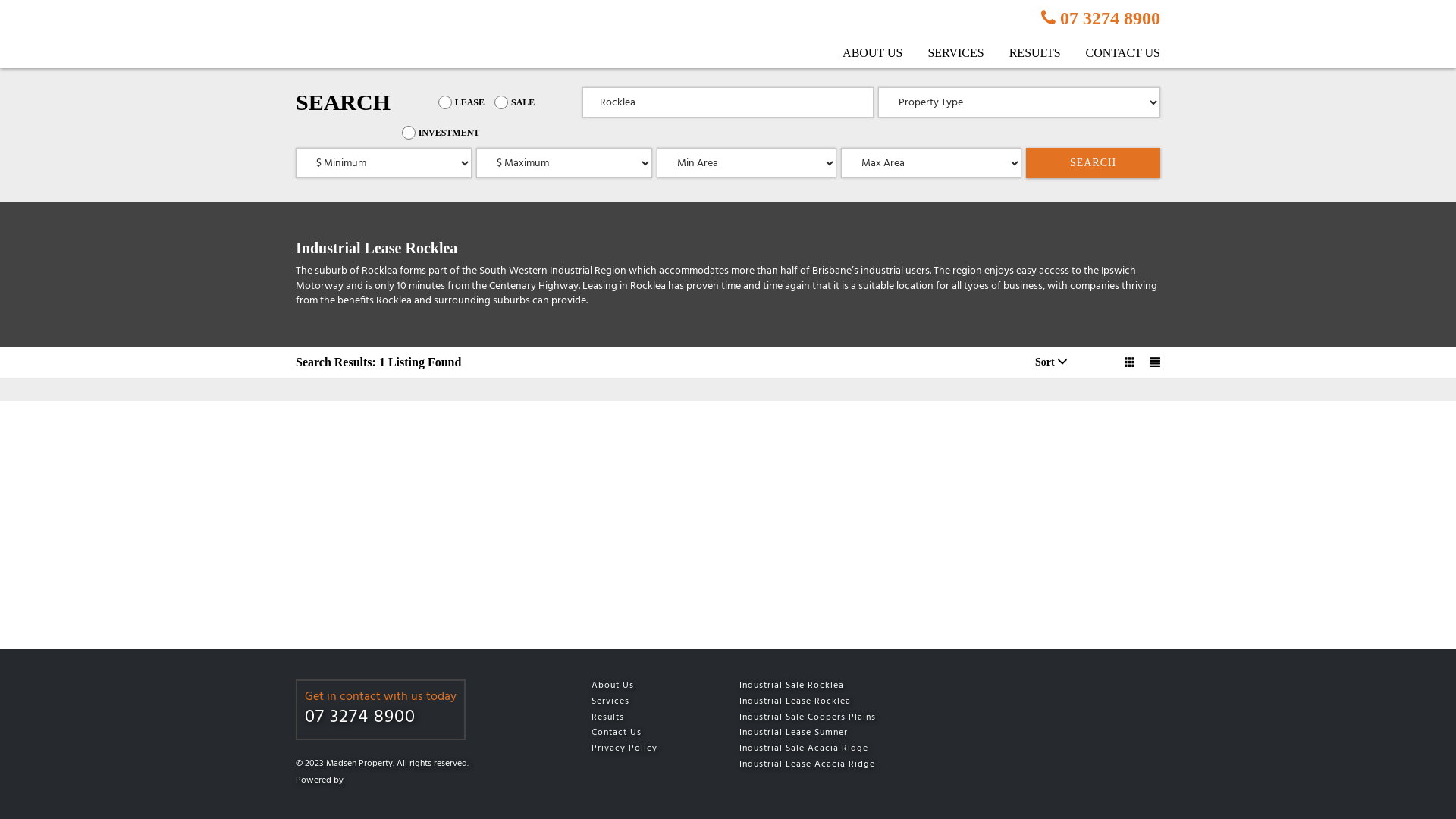  I want to click on '07 3274 8900', so click(1100, 17).